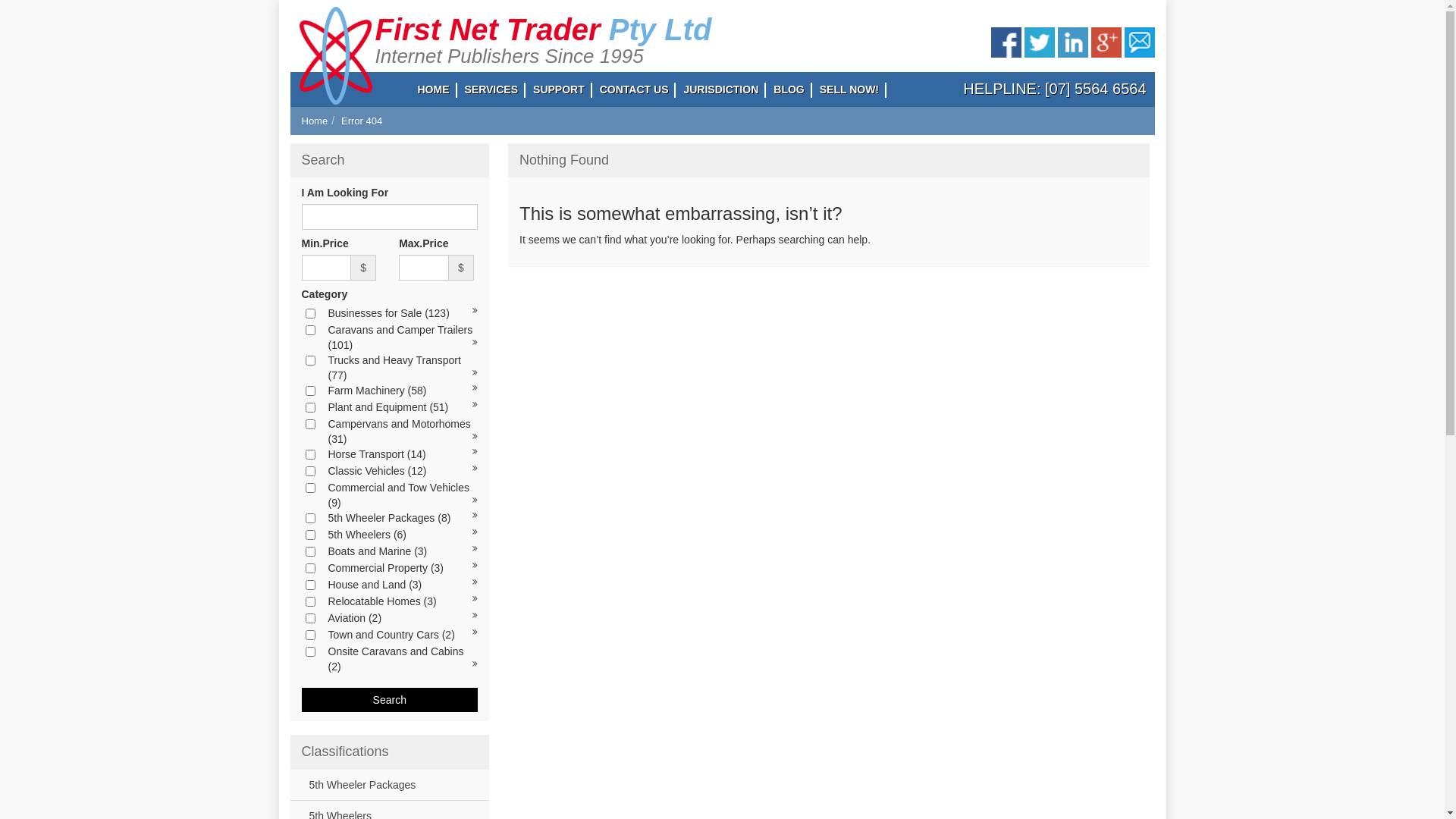 Image resolution: width=1456 pixels, height=819 pixels. Describe the element at coordinates (558, 89) in the screenshot. I see `'SUPPORT'` at that location.